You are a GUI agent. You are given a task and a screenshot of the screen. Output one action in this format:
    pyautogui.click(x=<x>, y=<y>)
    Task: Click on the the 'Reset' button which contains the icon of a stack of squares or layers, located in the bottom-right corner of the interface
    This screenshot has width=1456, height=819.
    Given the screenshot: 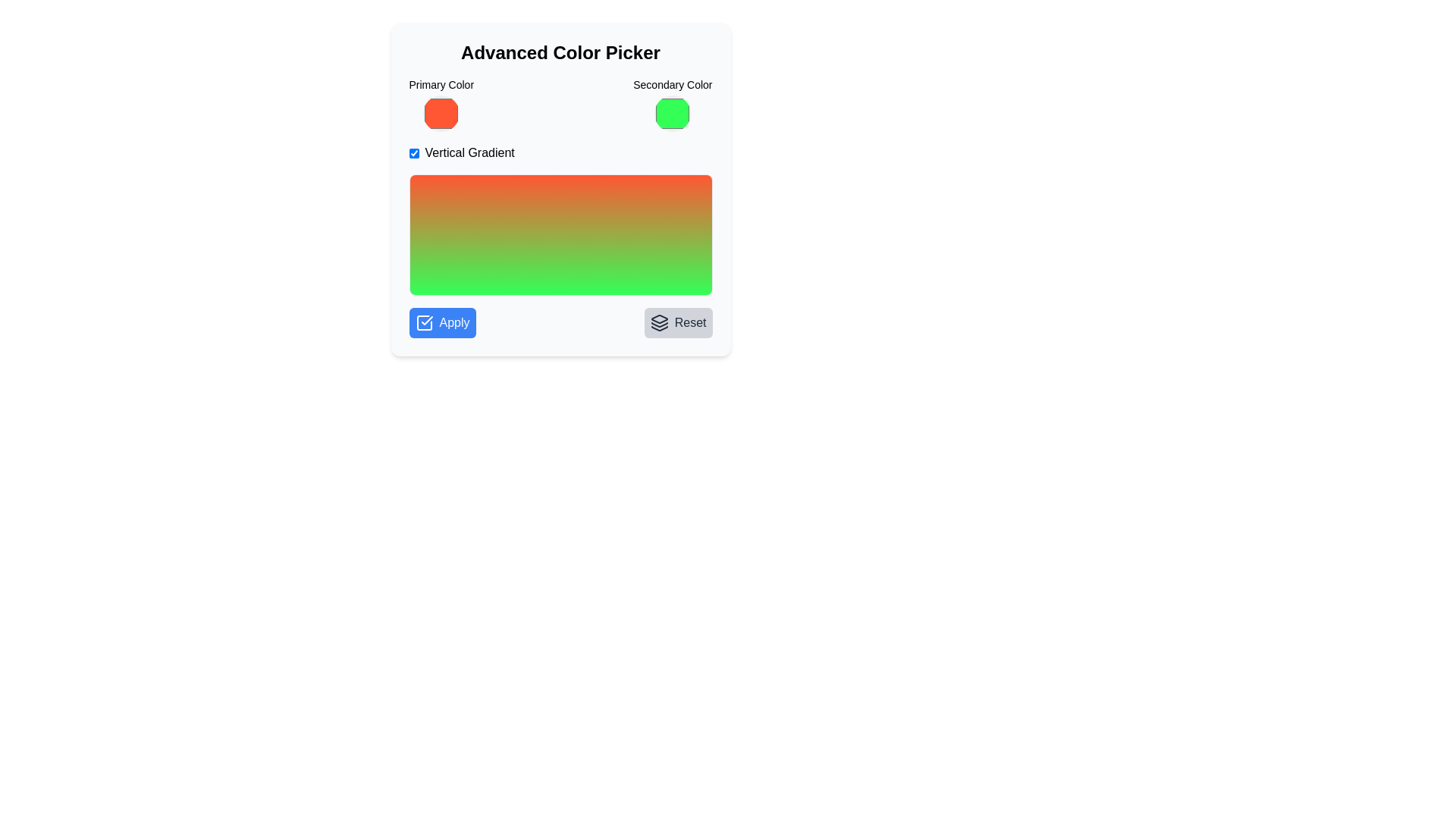 What is the action you would take?
    pyautogui.click(x=659, y=322)
    